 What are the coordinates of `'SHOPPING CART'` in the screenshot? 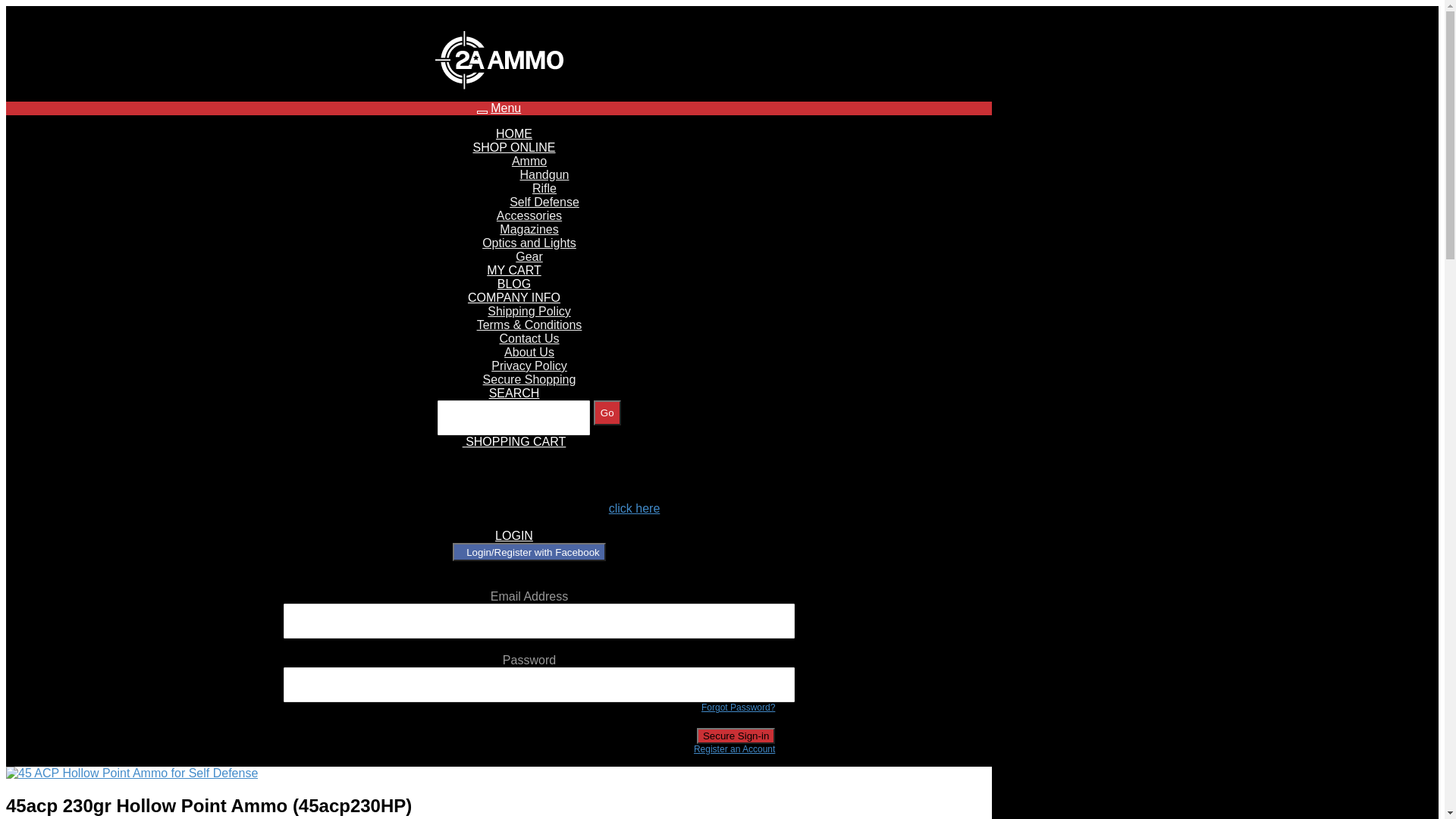 It's located at (514, 441).